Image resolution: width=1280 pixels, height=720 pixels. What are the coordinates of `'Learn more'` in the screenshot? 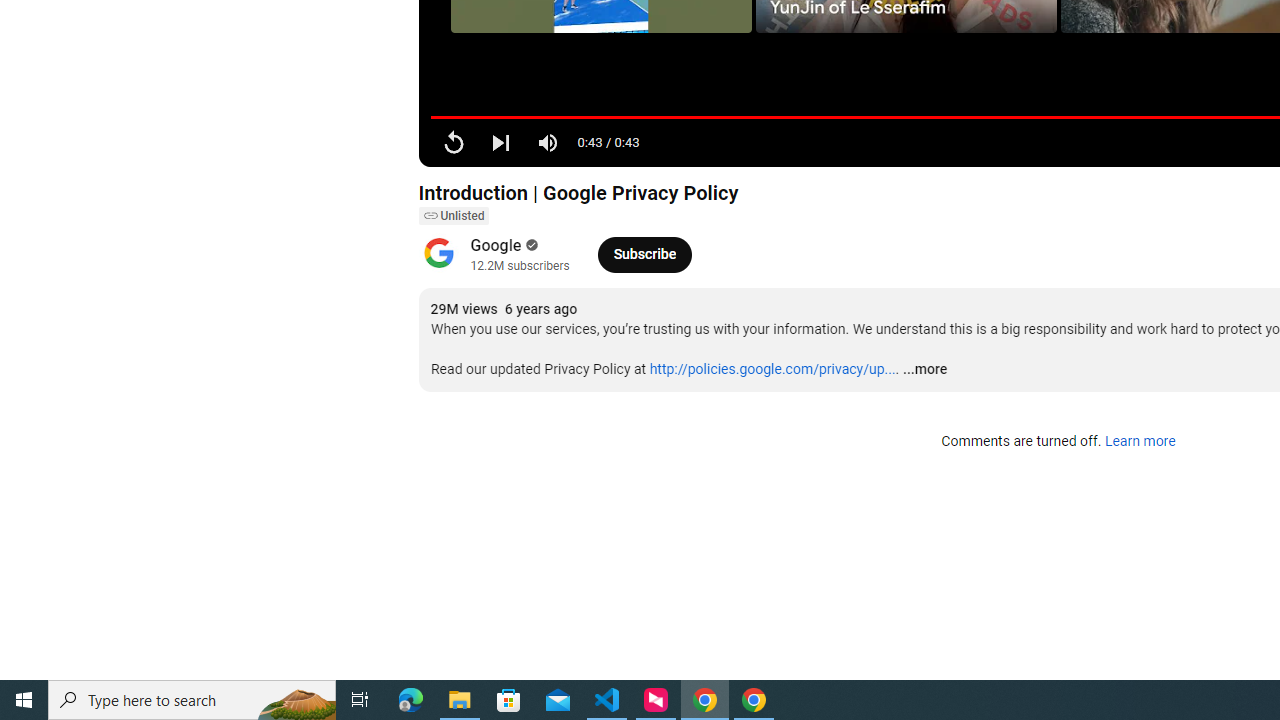 It's located at (1139, 441).